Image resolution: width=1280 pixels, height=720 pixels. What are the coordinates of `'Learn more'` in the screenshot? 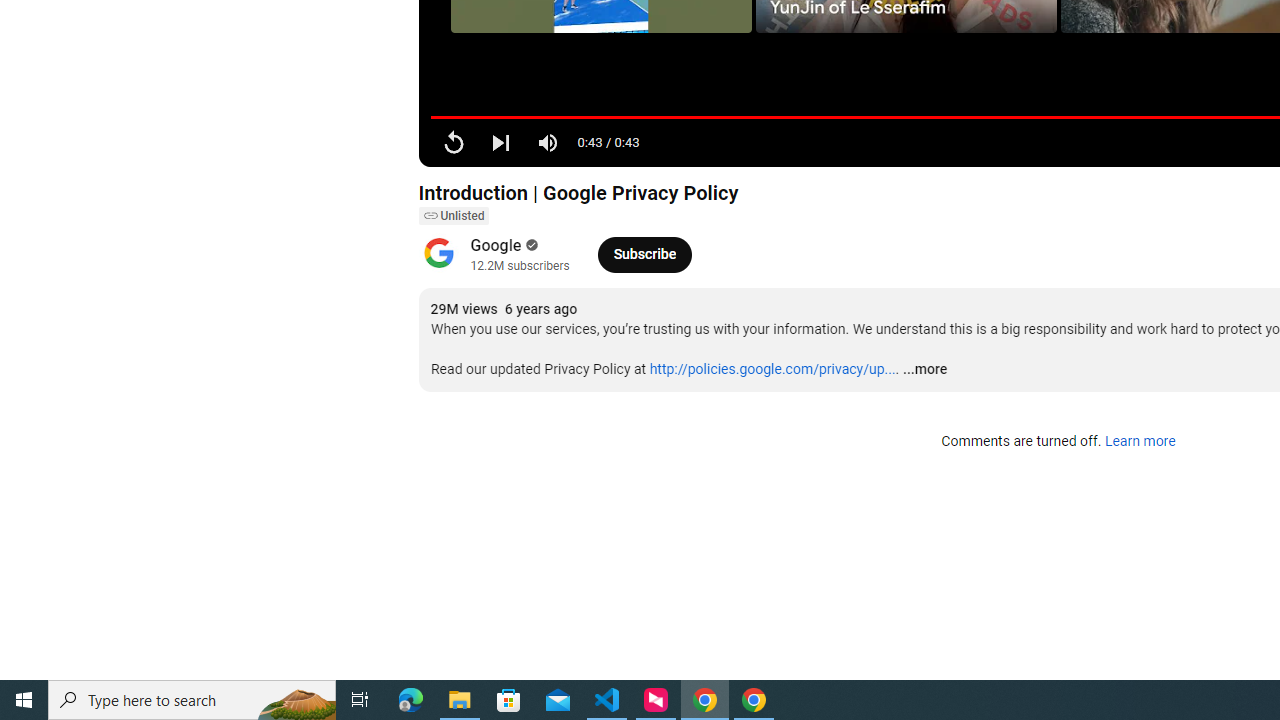 It's located at (1139, 441).